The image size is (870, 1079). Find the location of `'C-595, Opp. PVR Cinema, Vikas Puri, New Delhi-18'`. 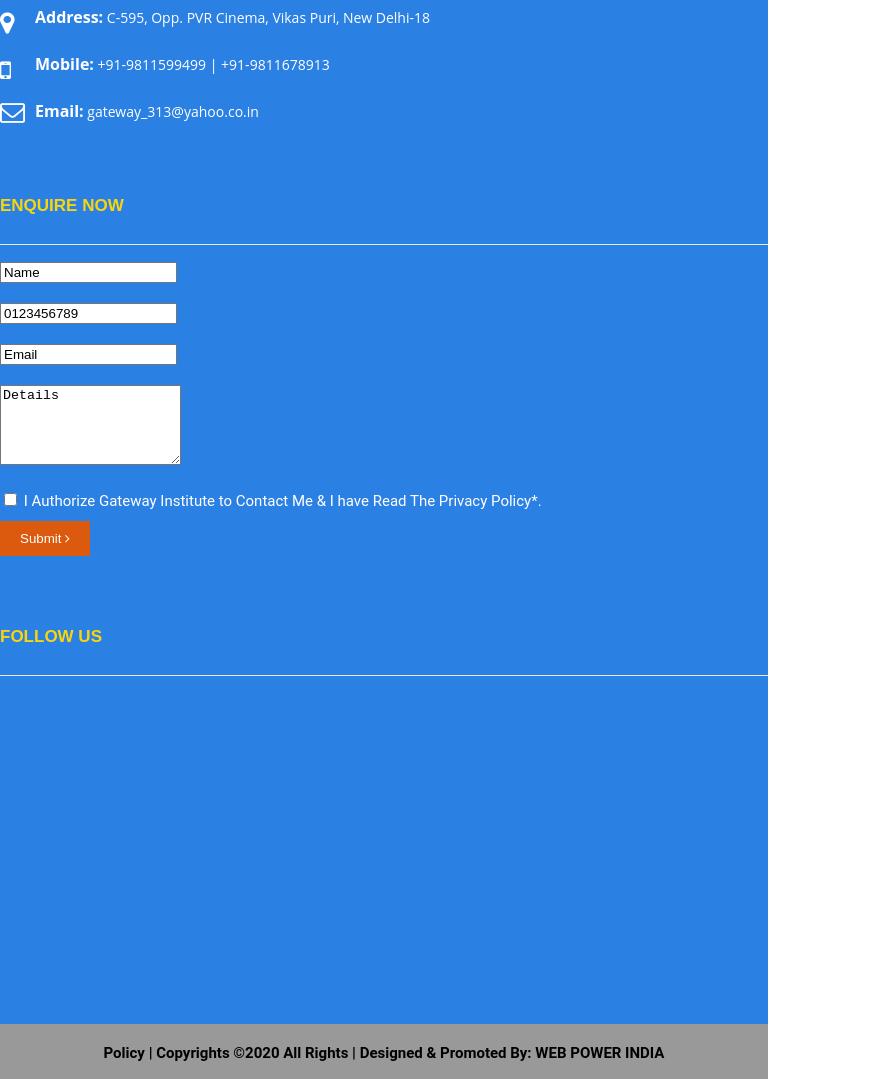

'C-595, Opp. PVR Cinema, Vikas Puri, New Delhi-18' is located at coordinates (265, 17).